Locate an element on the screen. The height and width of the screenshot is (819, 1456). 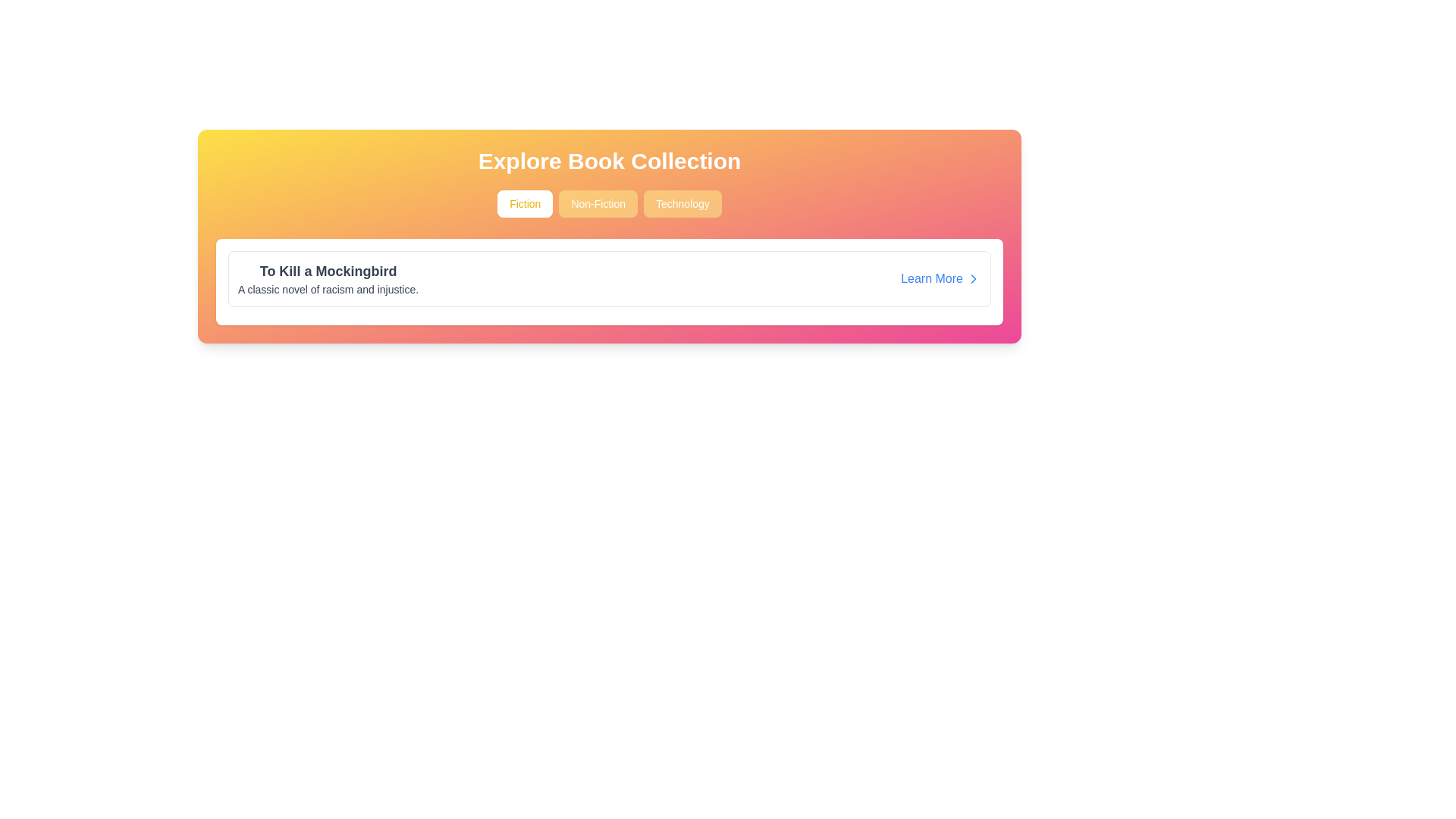
the hyperlink button that links to additional information about the book 'To Kill a Mockingbird' is located at coordinates (940, 278).